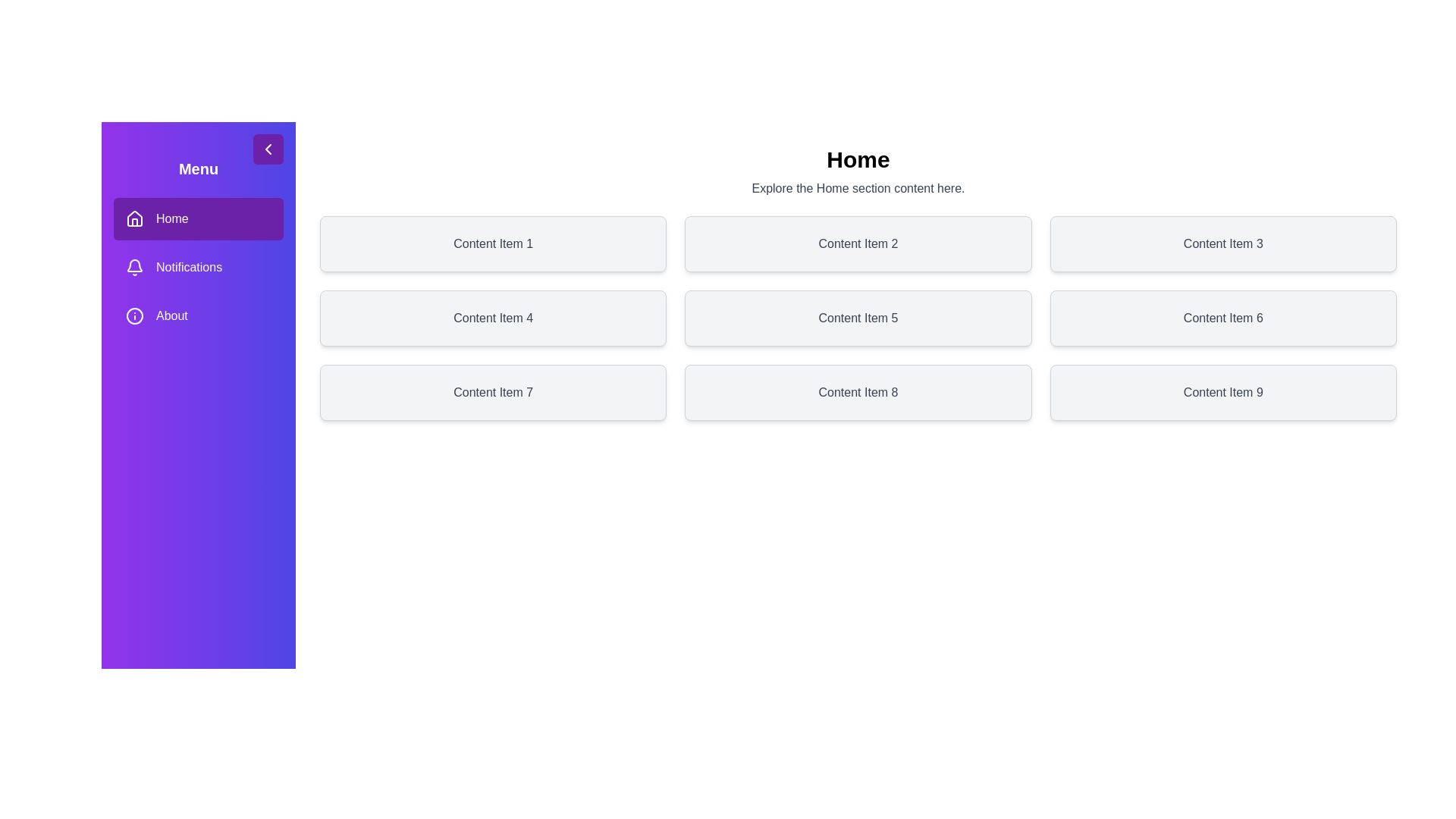 The image size is (1456, 819). What do you see at coordinates (268, 149) in the screenshot?
I see `close button at the top-right corner of the drawer to toggle its visibility` at bounding box center [268, 149].